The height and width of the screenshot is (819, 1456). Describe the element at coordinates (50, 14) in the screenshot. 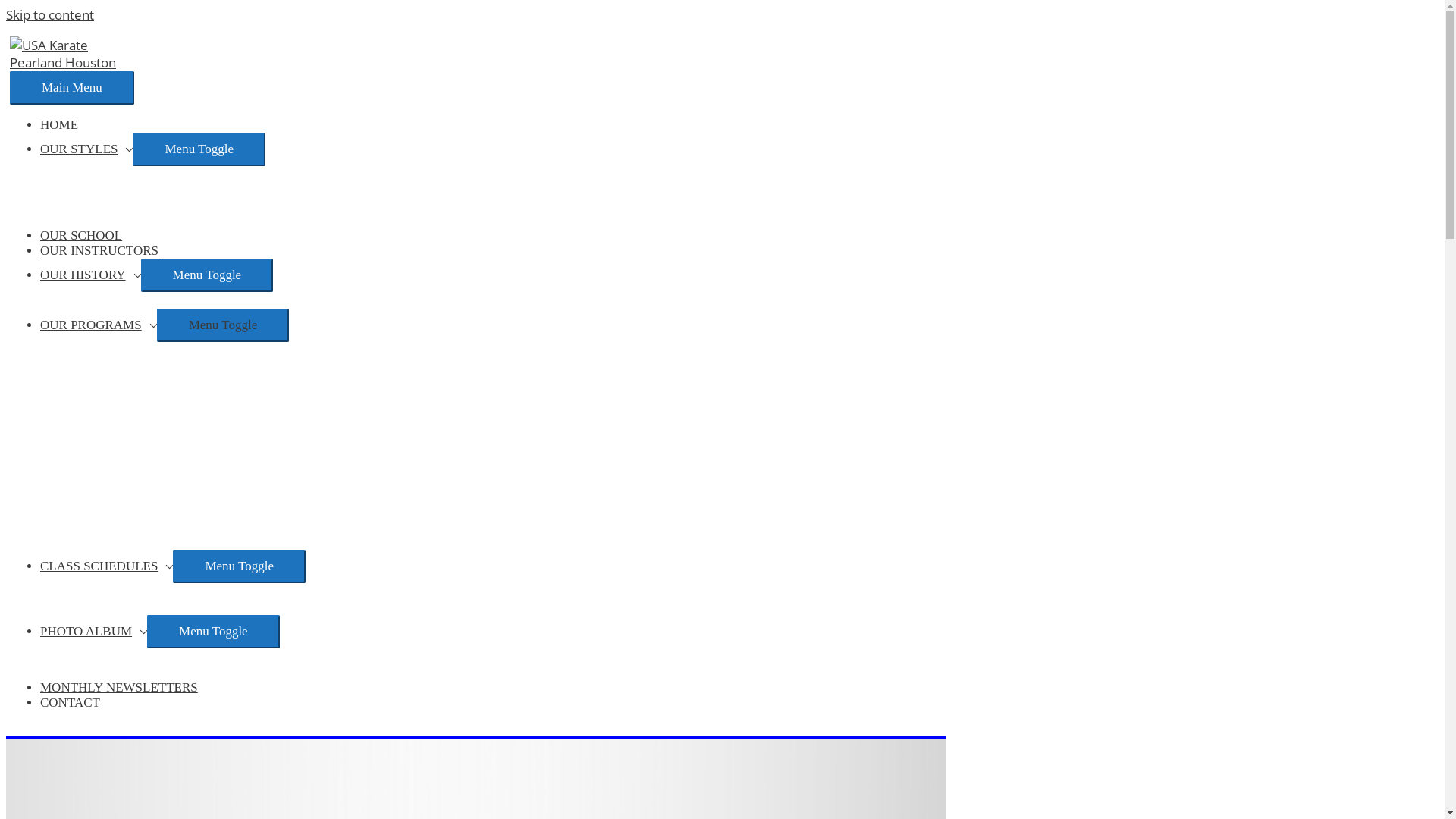

I see `'Skip to content'` at that location.